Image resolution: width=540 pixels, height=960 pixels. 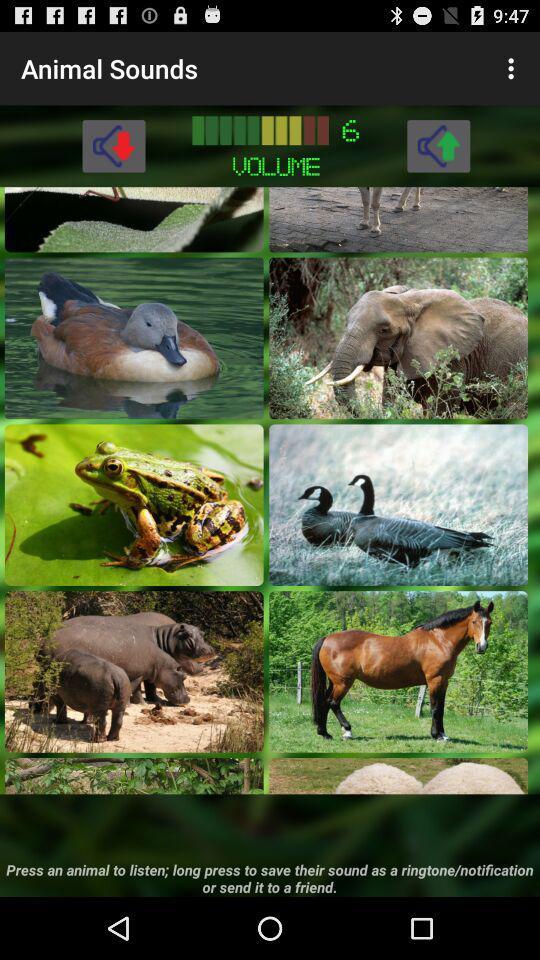 I want to click on frog picture, so click(x=134, y=503).